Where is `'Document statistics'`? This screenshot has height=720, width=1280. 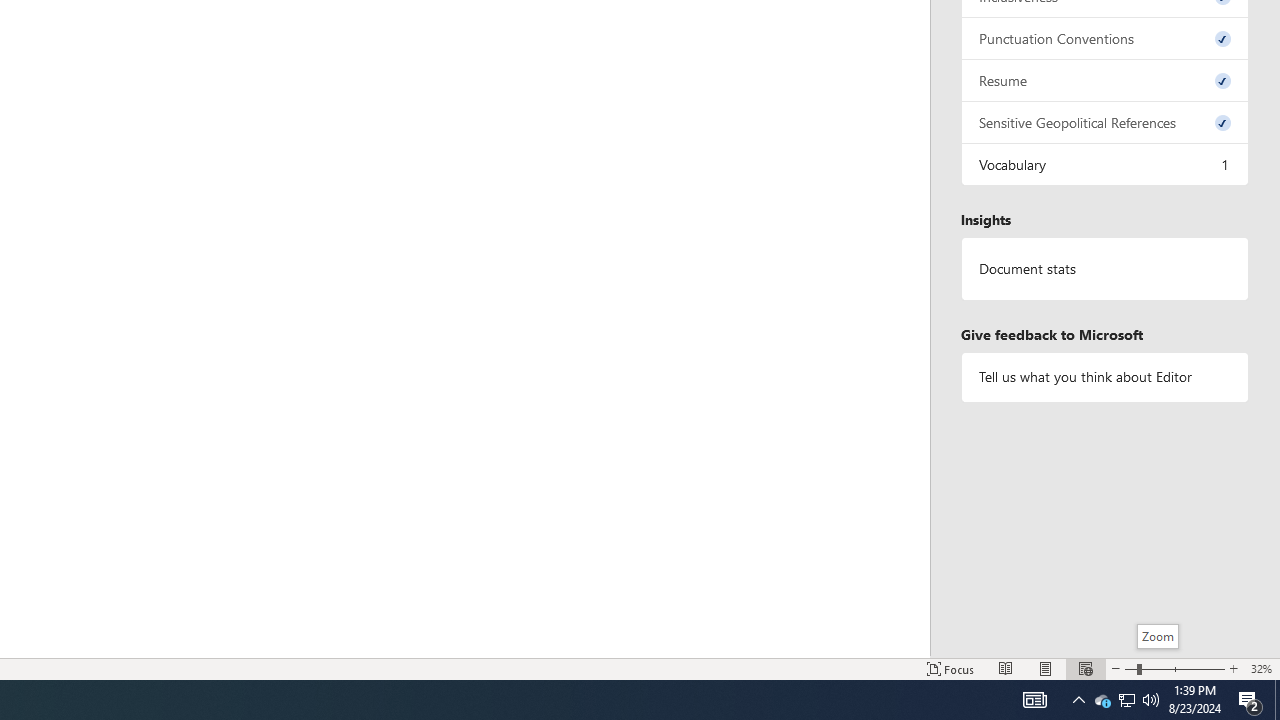
'Document statistics' is located at coordinates (1104, 268).